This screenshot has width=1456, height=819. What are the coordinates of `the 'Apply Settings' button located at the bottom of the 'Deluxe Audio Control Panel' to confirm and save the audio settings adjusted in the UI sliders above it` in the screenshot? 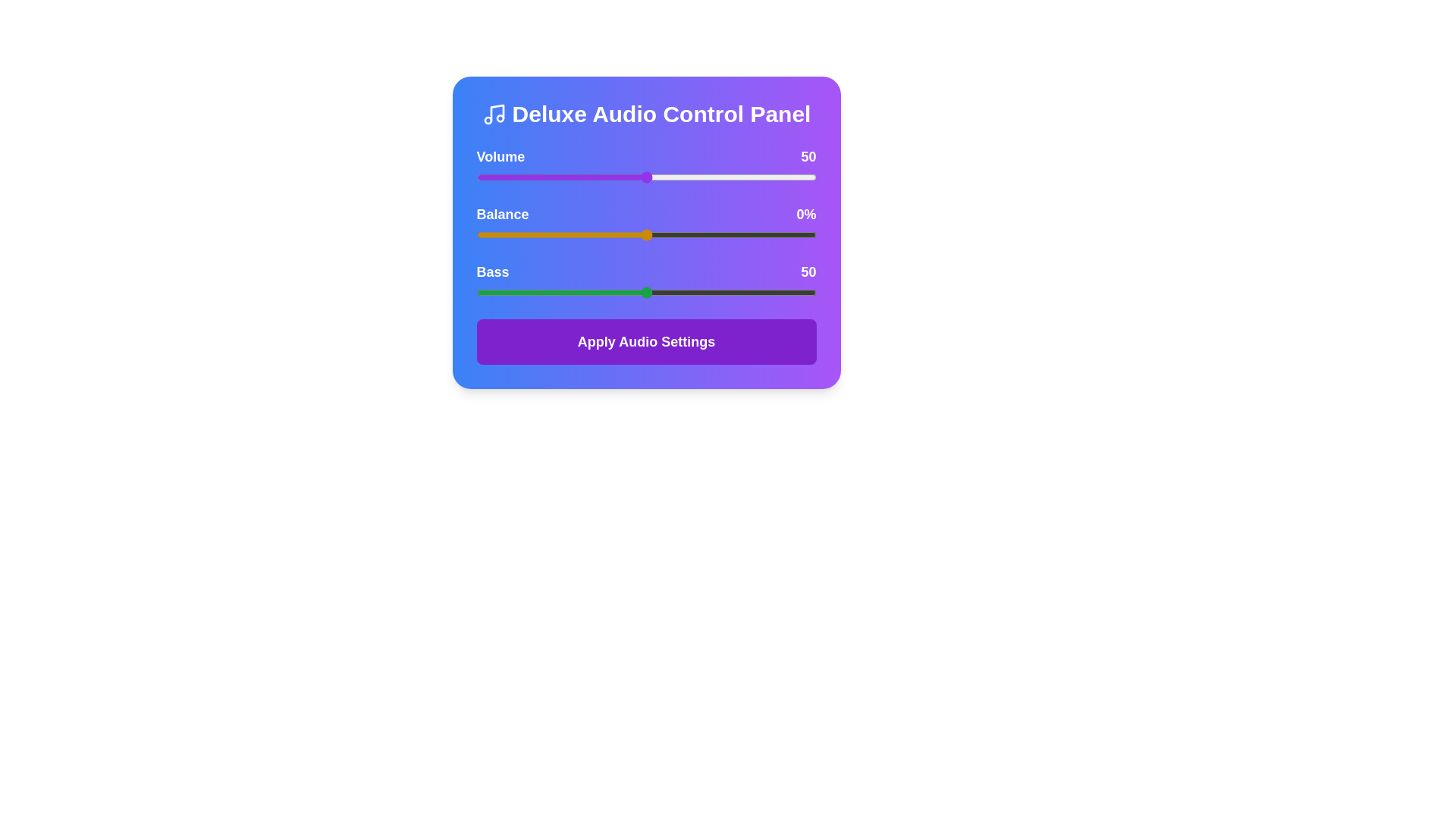 It's located at (646, 342).